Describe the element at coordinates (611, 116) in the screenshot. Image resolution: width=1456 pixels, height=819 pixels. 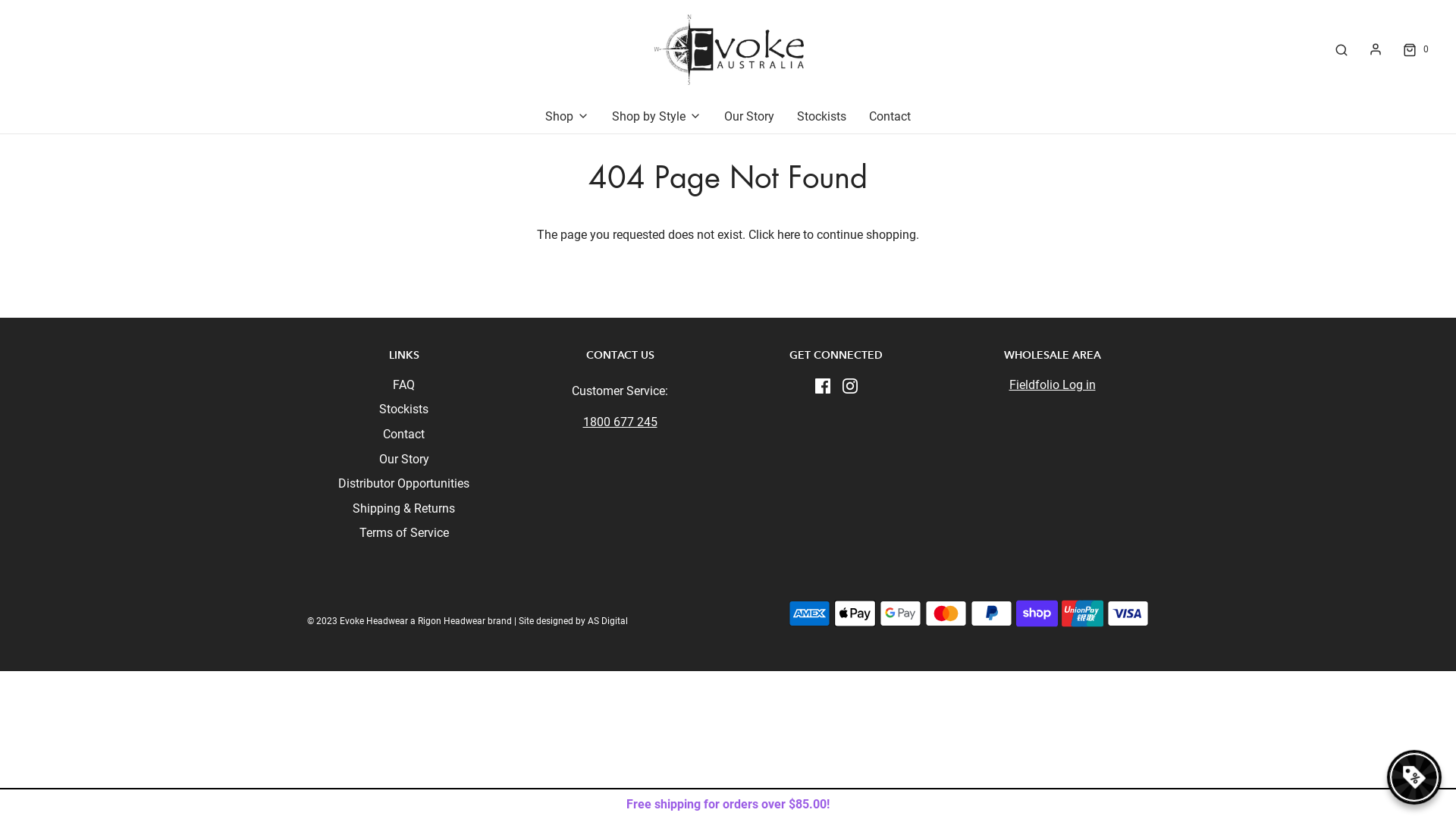
I see `'Shop by Style'` at that location.